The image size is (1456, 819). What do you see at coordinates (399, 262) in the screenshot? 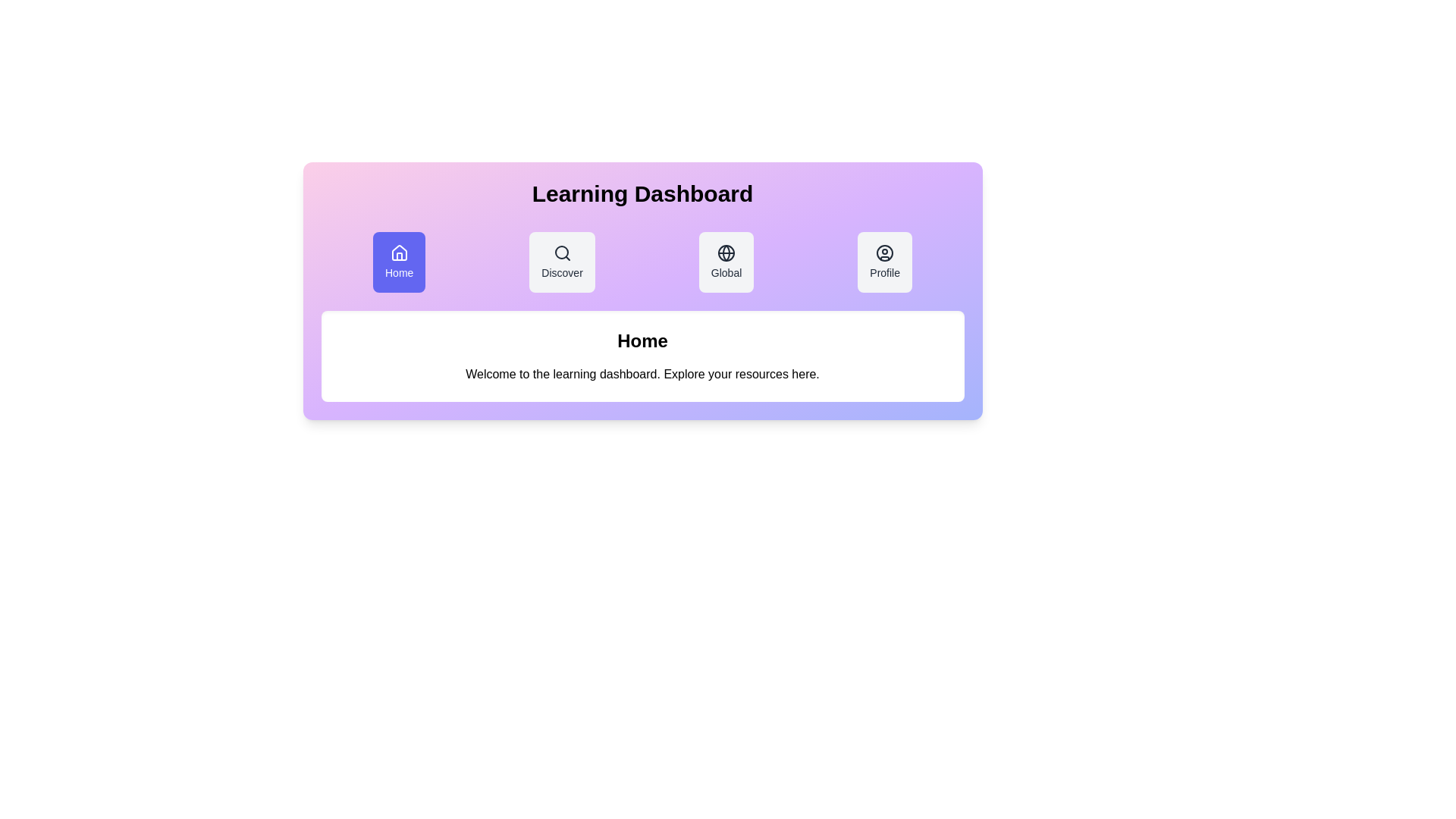
I see `the Home tab by clicking on it` at bounding box center [399, 262].